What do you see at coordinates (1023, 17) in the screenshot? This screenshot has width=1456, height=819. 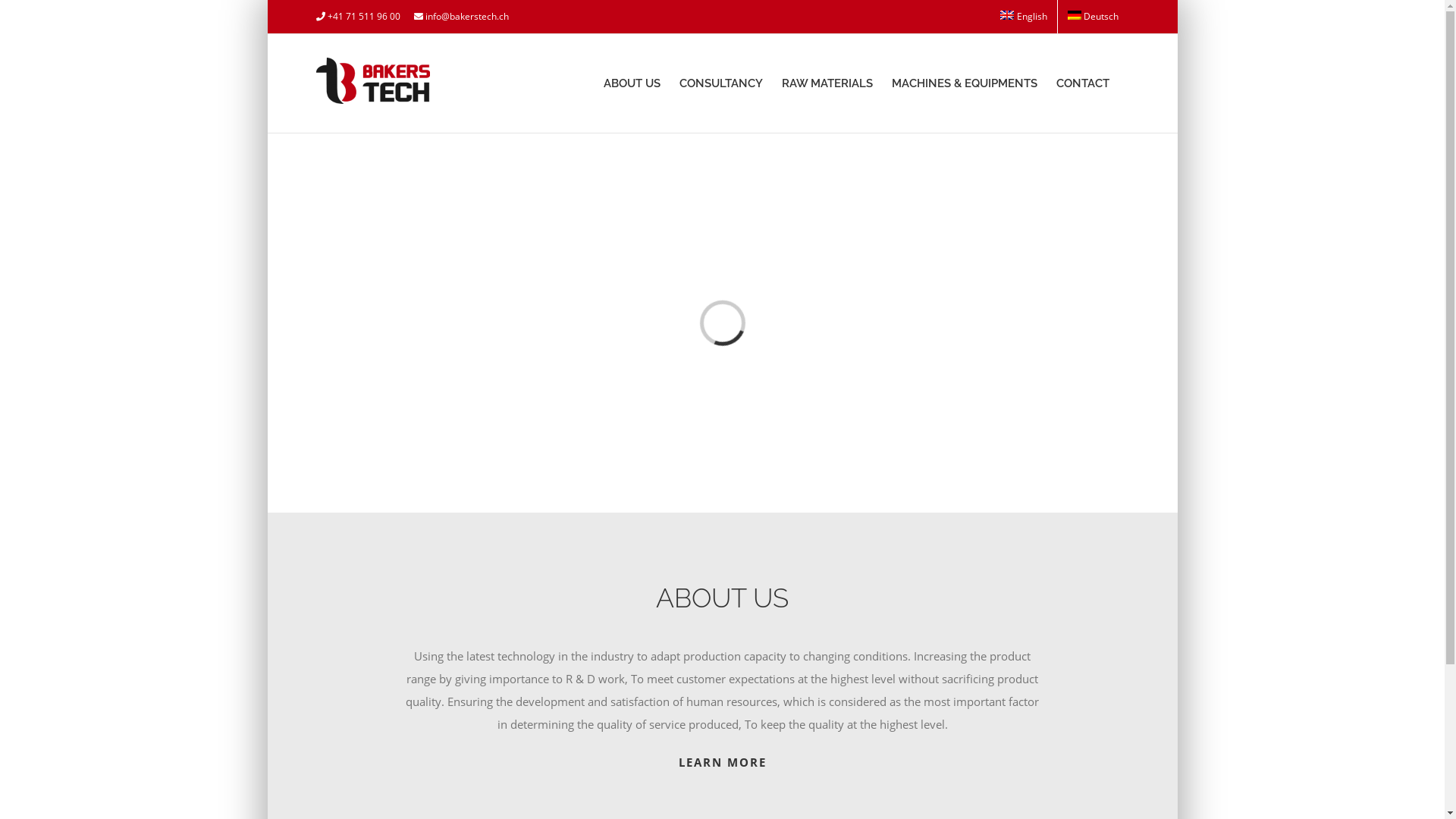 I see `'English'` at bounding box center [1023, 17].